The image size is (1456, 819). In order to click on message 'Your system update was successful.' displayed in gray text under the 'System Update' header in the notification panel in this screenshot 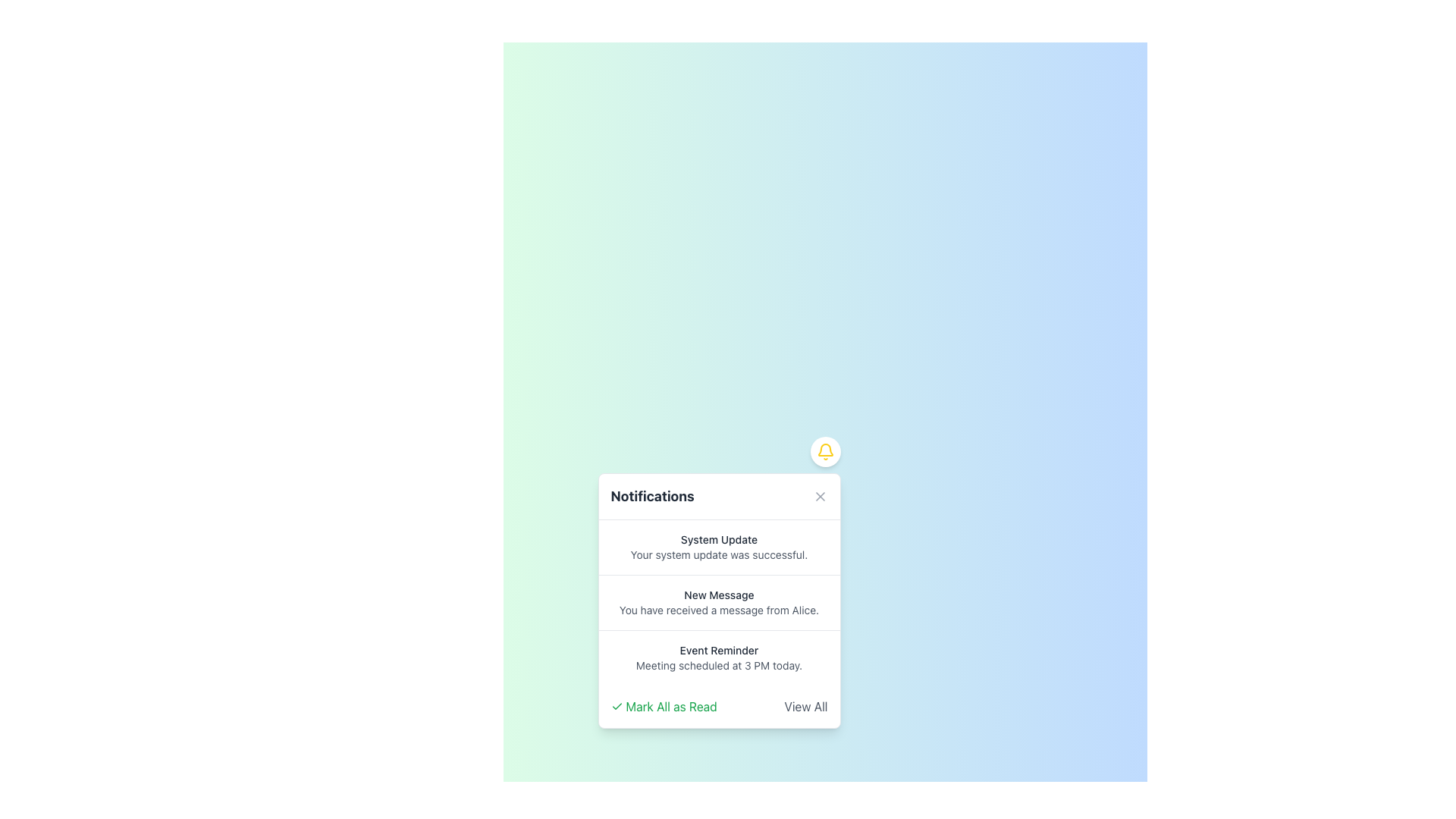, I will do `click(718, 555)`.